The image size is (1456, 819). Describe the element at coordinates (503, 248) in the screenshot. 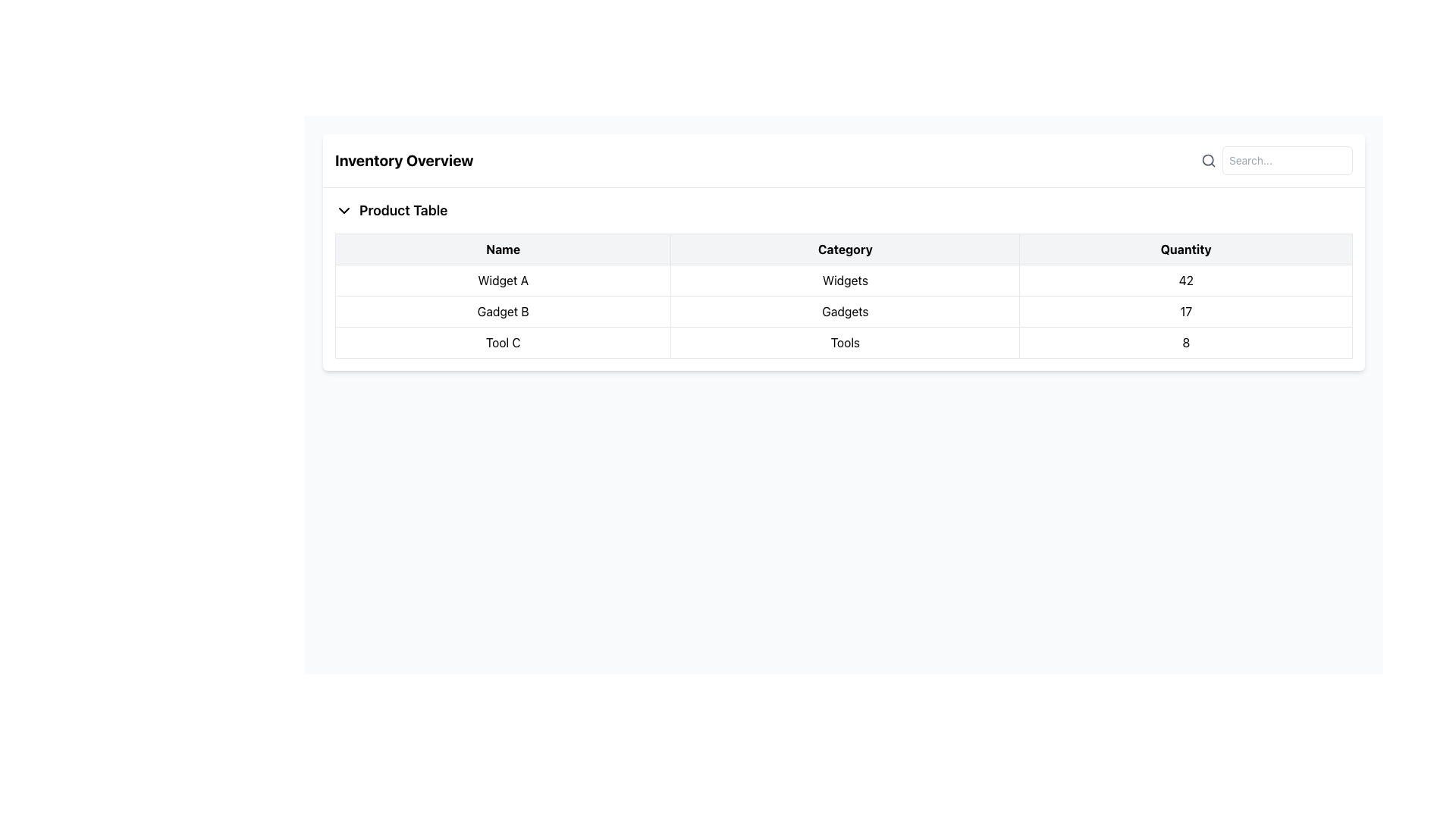

I see `the Table Header Cell labeled 'Name' which is the first header in the Product Table, positioned to the left of 'Category' and 'Quantity'` at that location.